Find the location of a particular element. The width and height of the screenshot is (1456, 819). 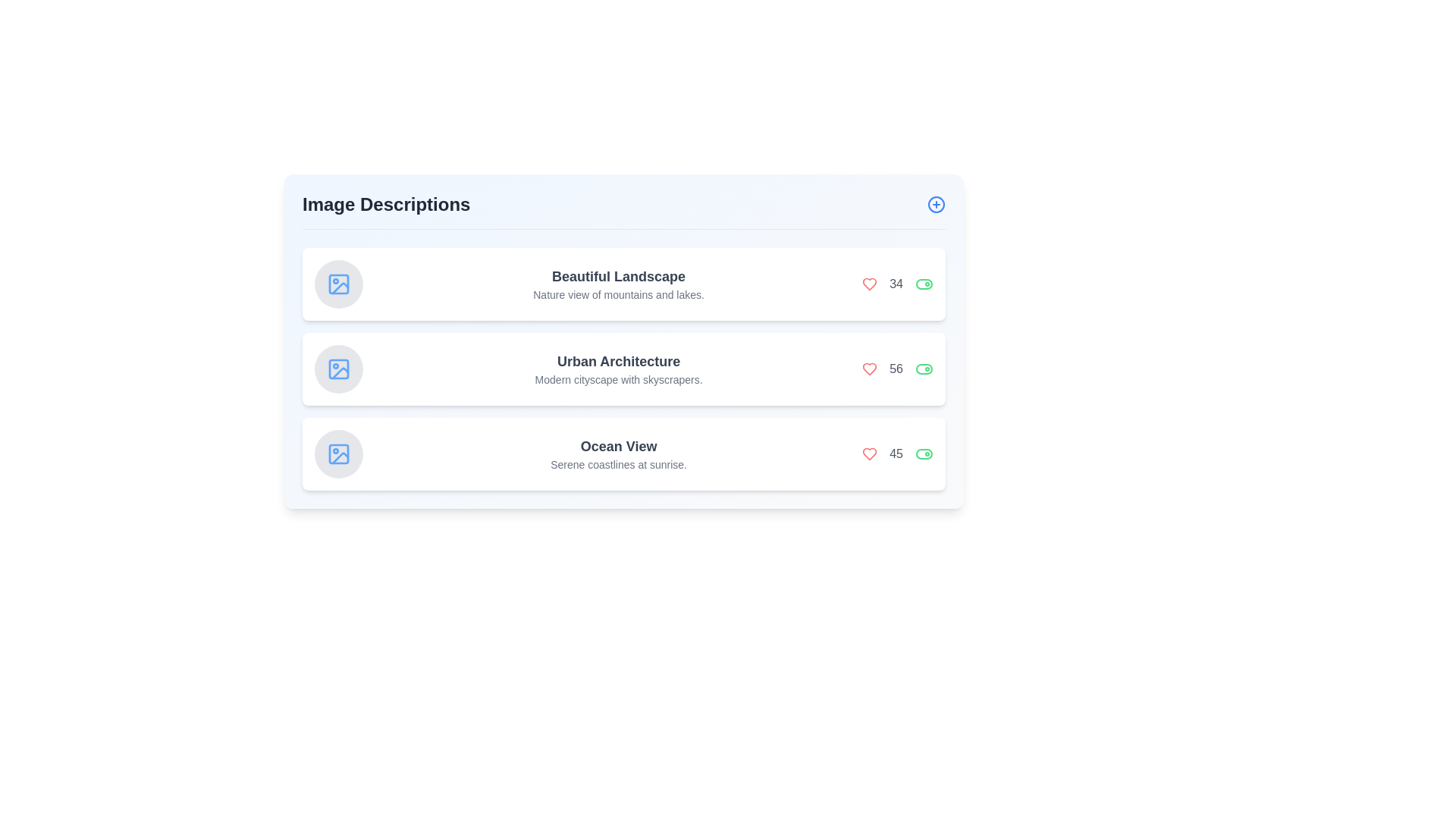

toggle icon for the item labeled 'Urban Architecture' to toggle its state is located at coordinates (924, 369).